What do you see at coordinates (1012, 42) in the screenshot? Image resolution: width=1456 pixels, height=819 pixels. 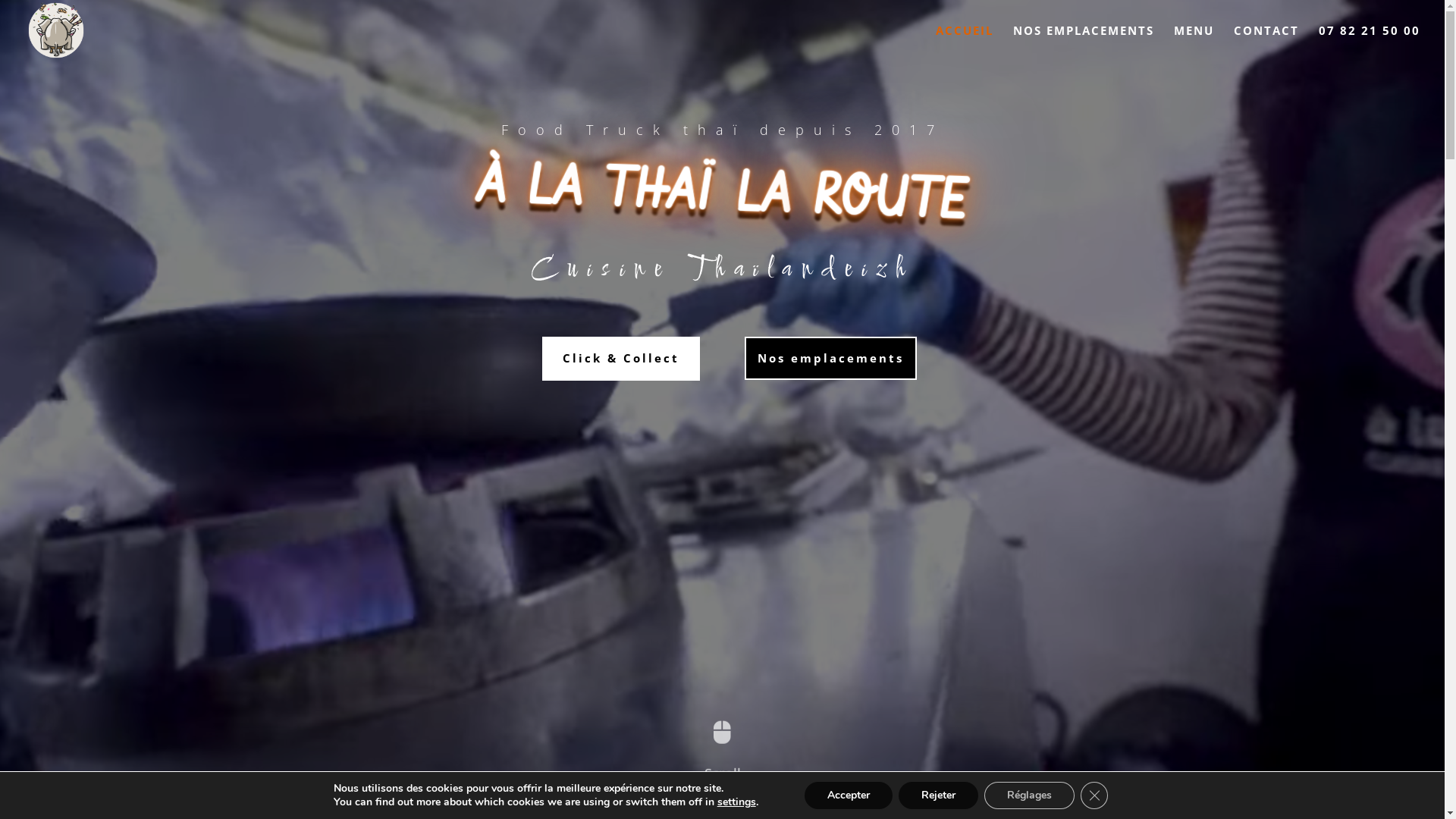 I see `'NOS EMPLACEMENTS'` at bounding box center [1012, 42].